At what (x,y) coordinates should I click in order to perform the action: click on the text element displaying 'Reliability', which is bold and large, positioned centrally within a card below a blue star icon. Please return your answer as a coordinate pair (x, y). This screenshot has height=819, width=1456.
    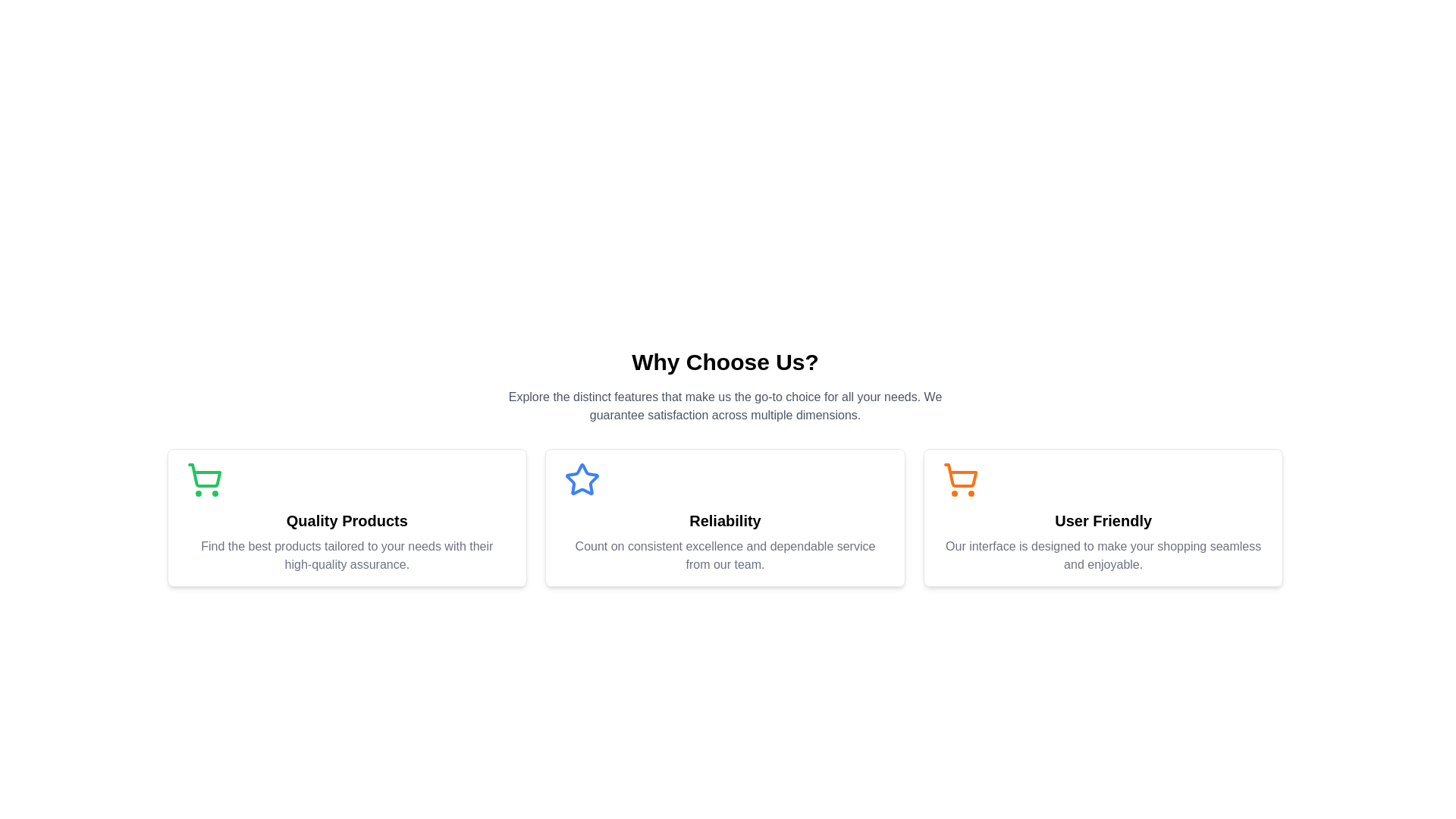
    Looking at the image, I should click on (724, 519).